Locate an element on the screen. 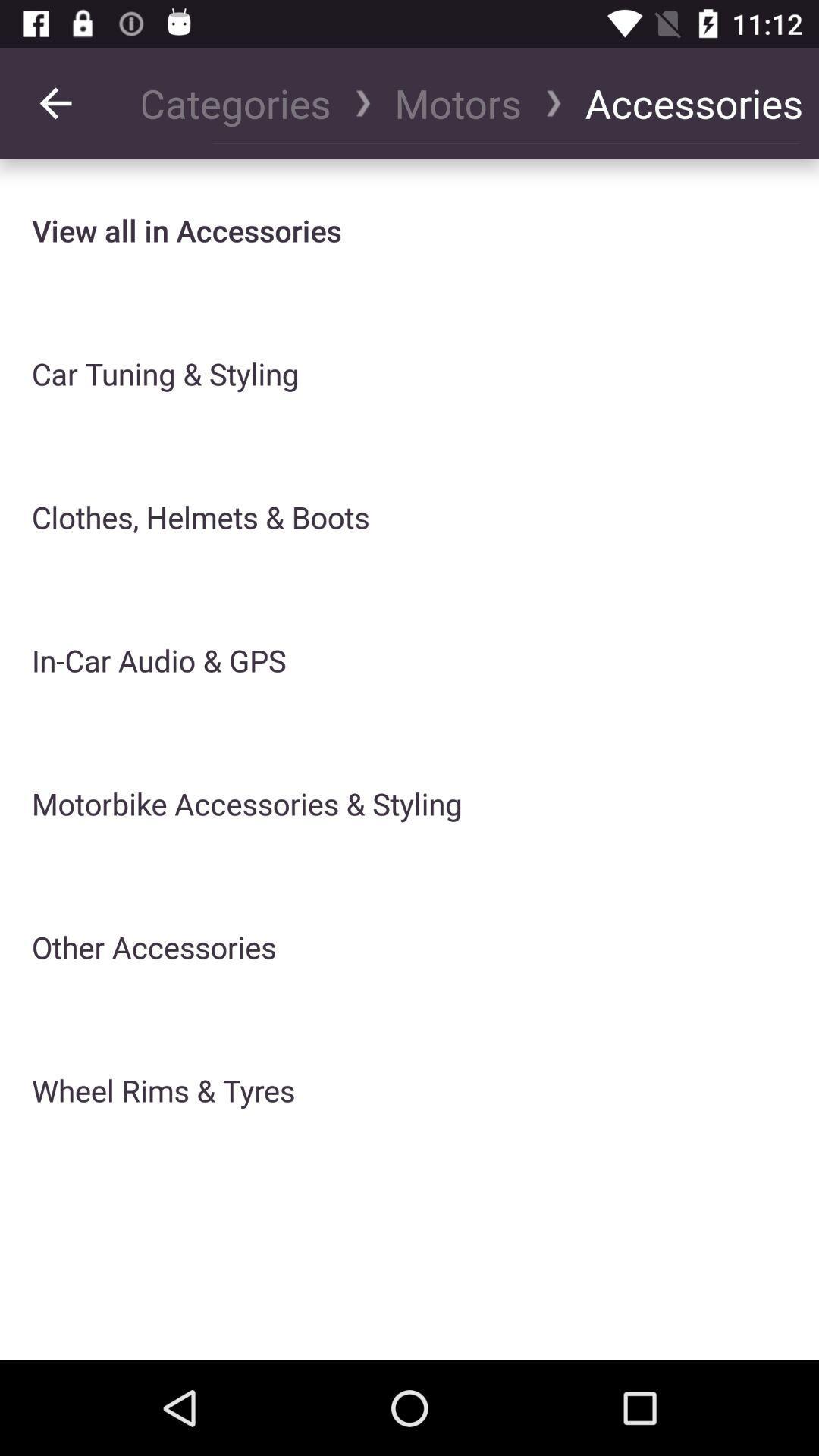 The image size is (819, 1456). the icon to the left of all categories item is located at coordinates (55, 102).